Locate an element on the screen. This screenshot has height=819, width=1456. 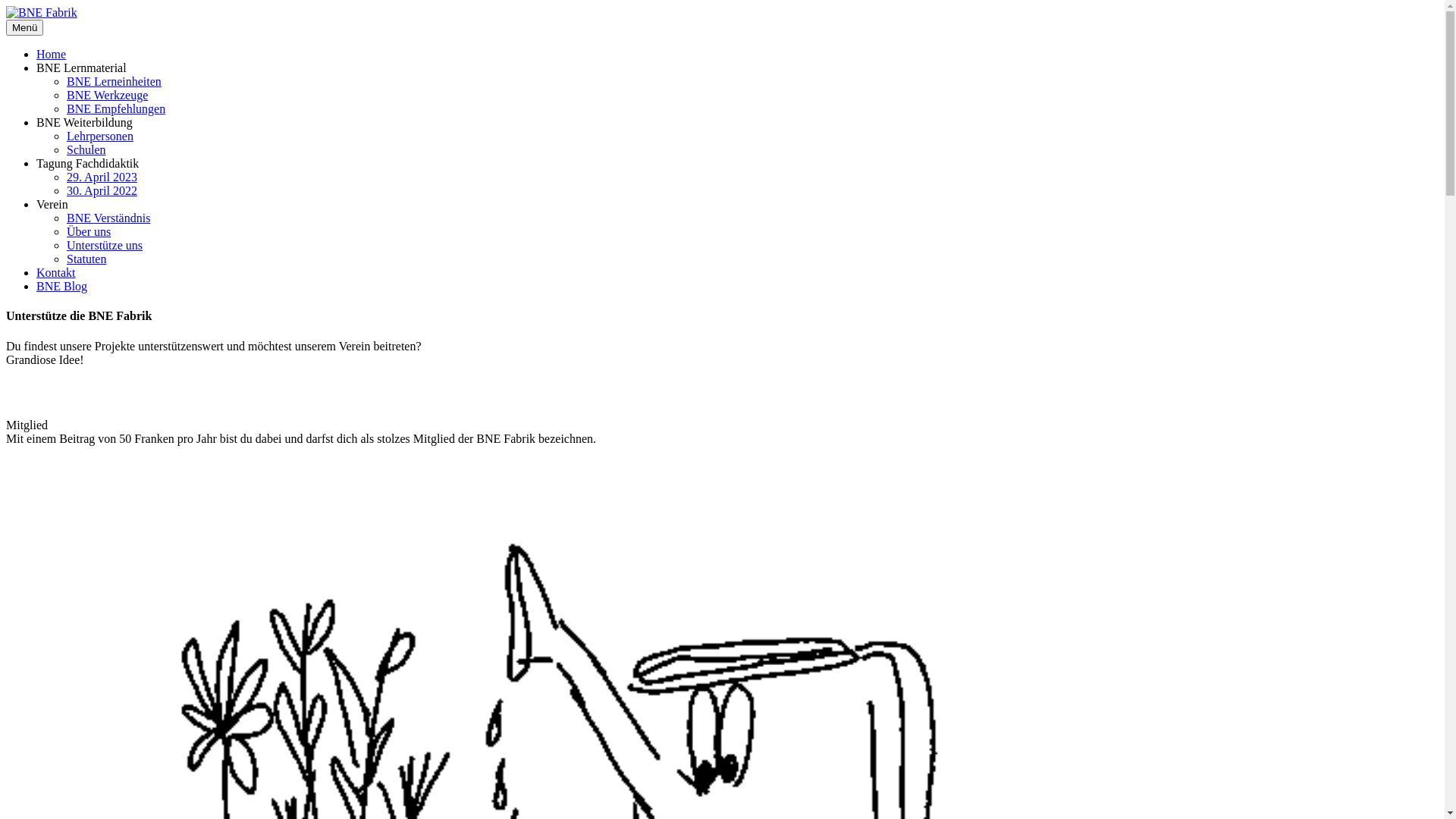
'29. April 2023' is located at coordinates (101, 176).